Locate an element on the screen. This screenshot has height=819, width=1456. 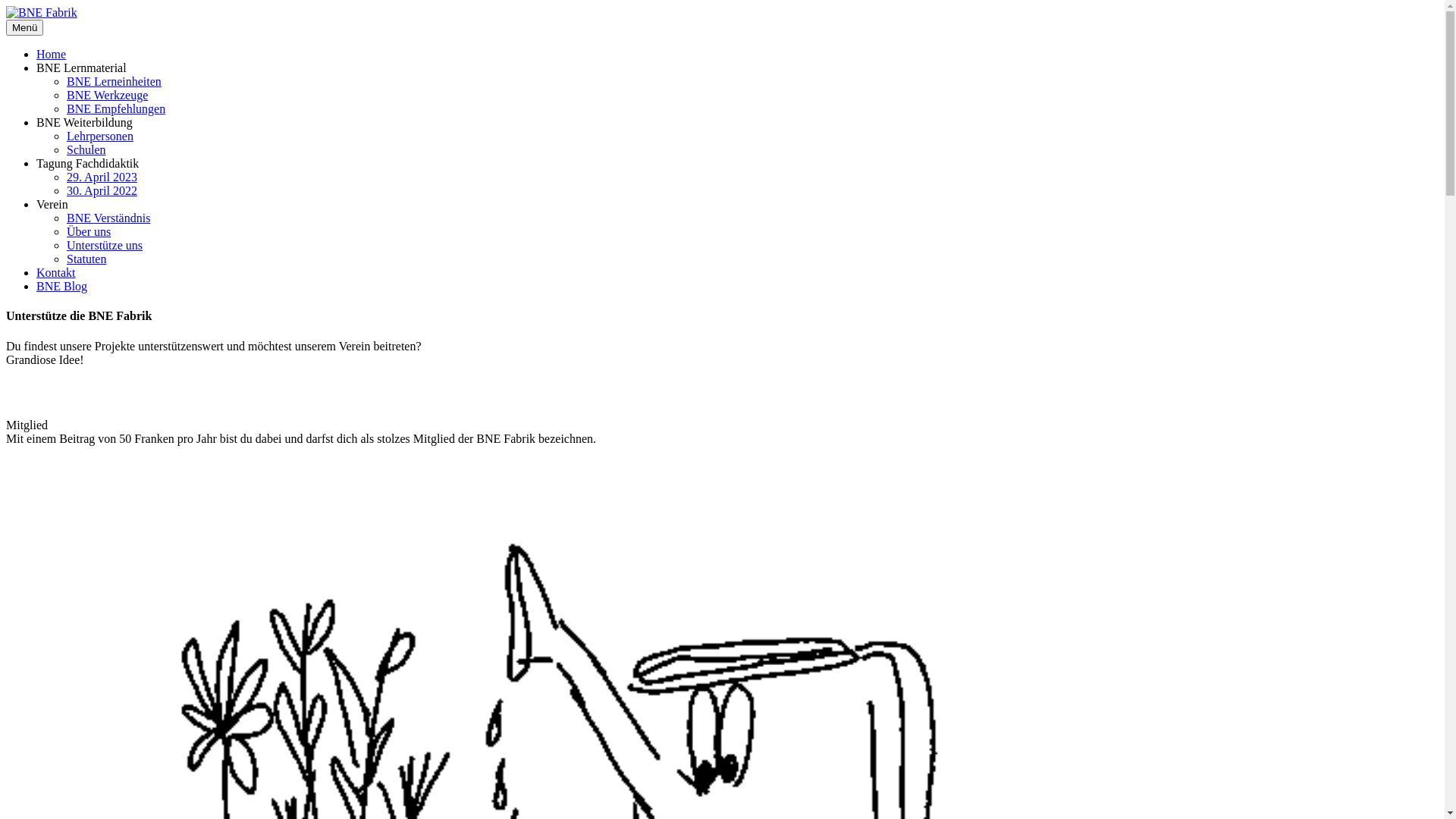
'29. April 2023' is located at coordinates (101, 176).